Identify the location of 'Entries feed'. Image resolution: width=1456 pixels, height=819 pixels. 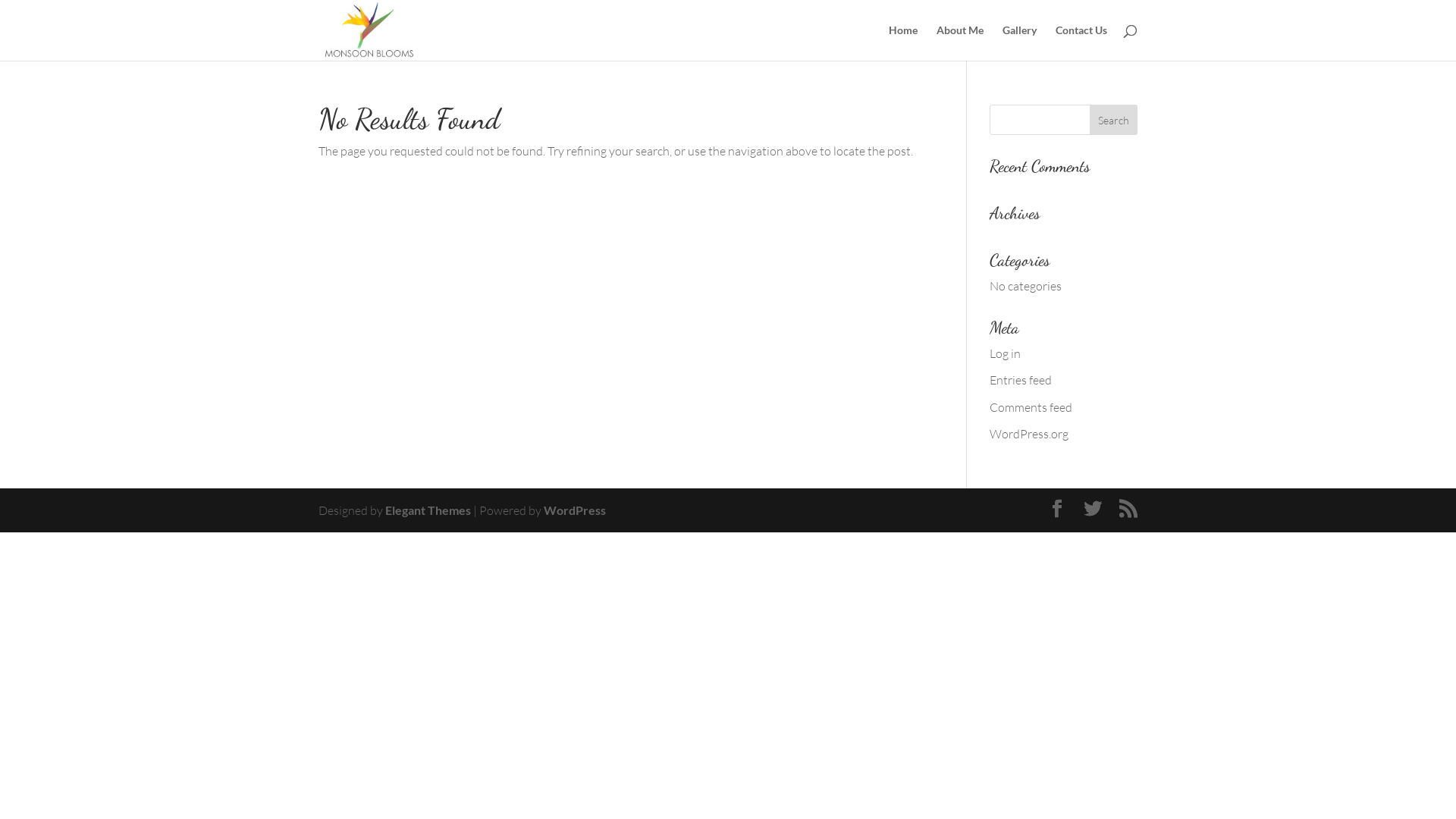
(1020, 379).